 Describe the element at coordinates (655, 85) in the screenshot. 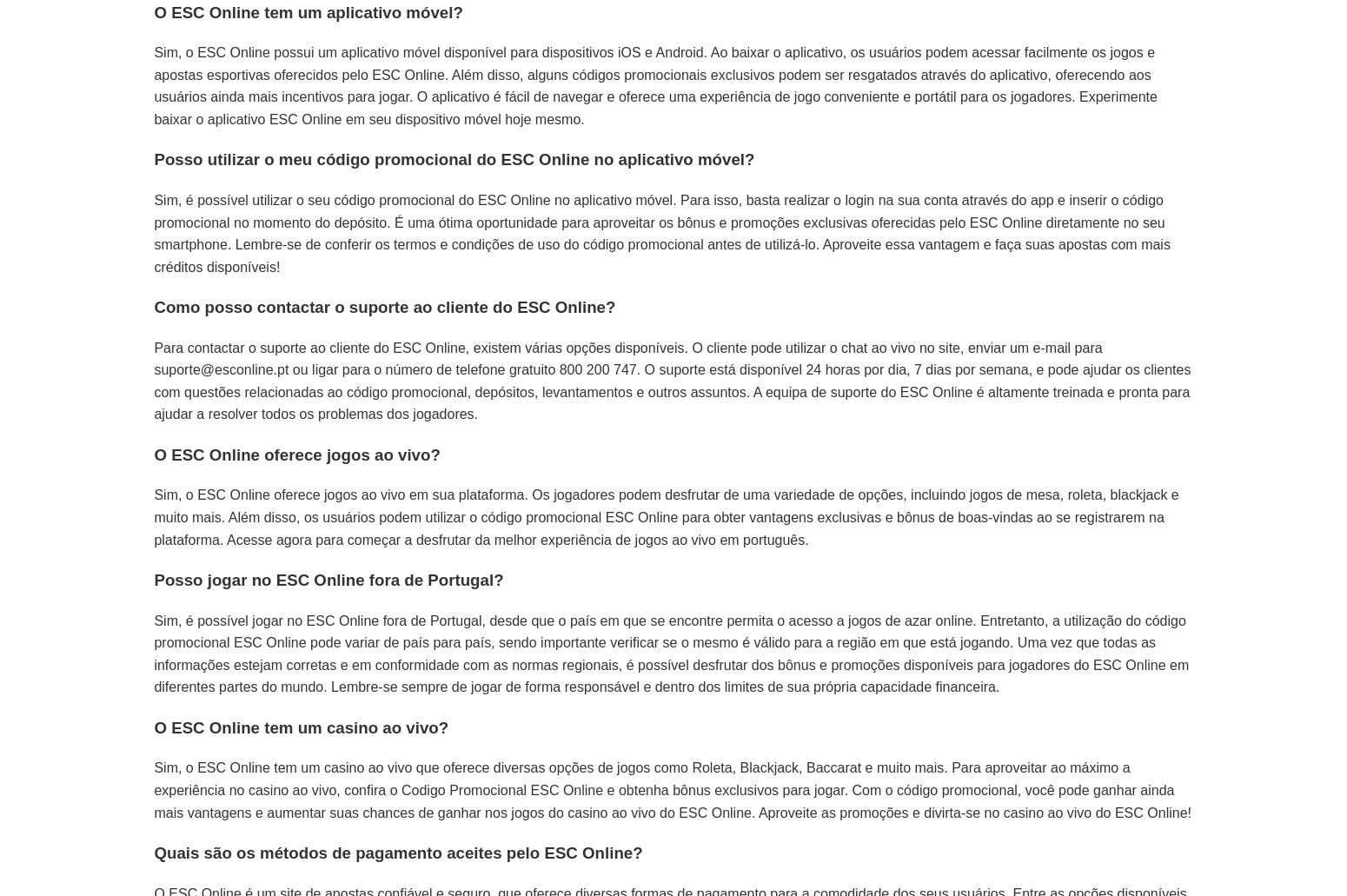

I see `'Sim, o ESC Online possui um aplicativo móvel disponível para dispositivos iOS e Android. Ao baixar o aplicativo, os usuários podem acessar facilmente os jogos e apostas esportivas oferecidos pelo ESC Online. Além disso, alguns códigos promocionais exclusivos podem ser resgatados através do aplicativo, oferecendo aos usuários ainda mais incentivos para jogar. O aplicativo é fácil de navegar e oferece uma experiência de jogo conveniente e portátil para os jogadores. Experimente baixar o aplicativo ESC Online em seu dispositivo móvel hoje mesmo.'` at that location.